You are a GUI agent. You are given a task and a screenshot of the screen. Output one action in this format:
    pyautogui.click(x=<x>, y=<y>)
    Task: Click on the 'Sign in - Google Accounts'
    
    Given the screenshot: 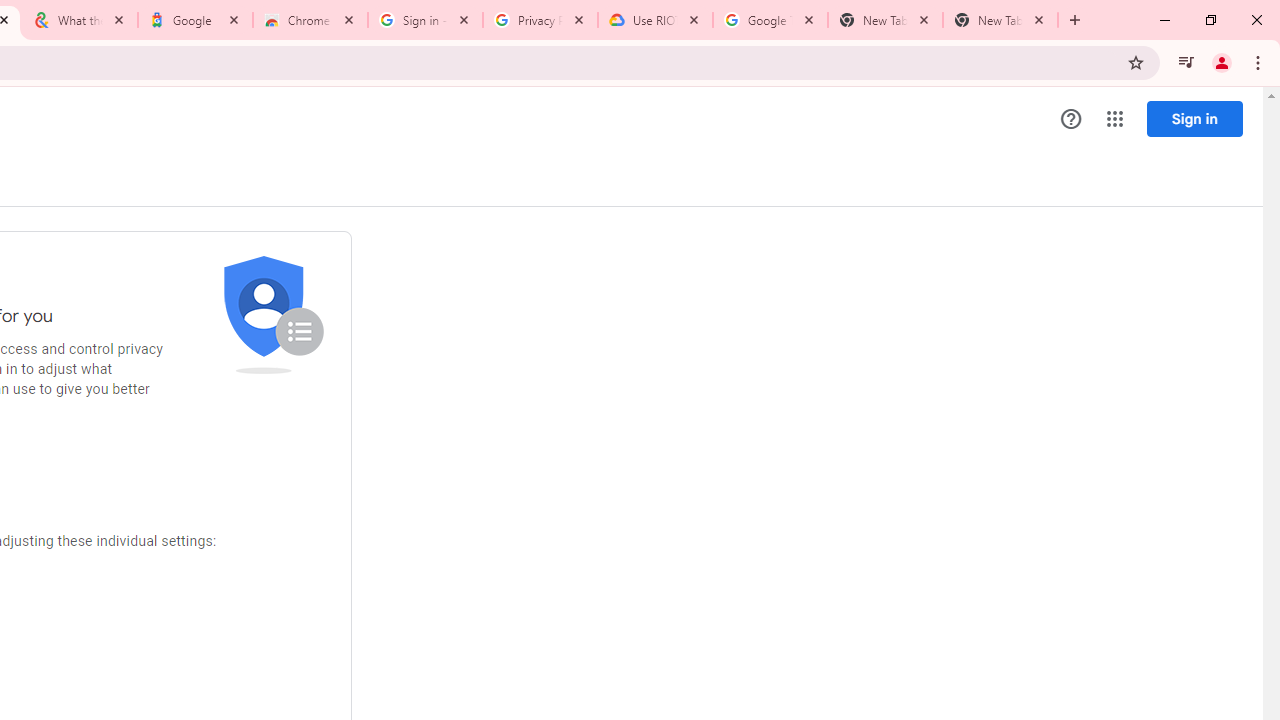 What is the action you would take?
    pyautogui.click(x=423, y=20)
    